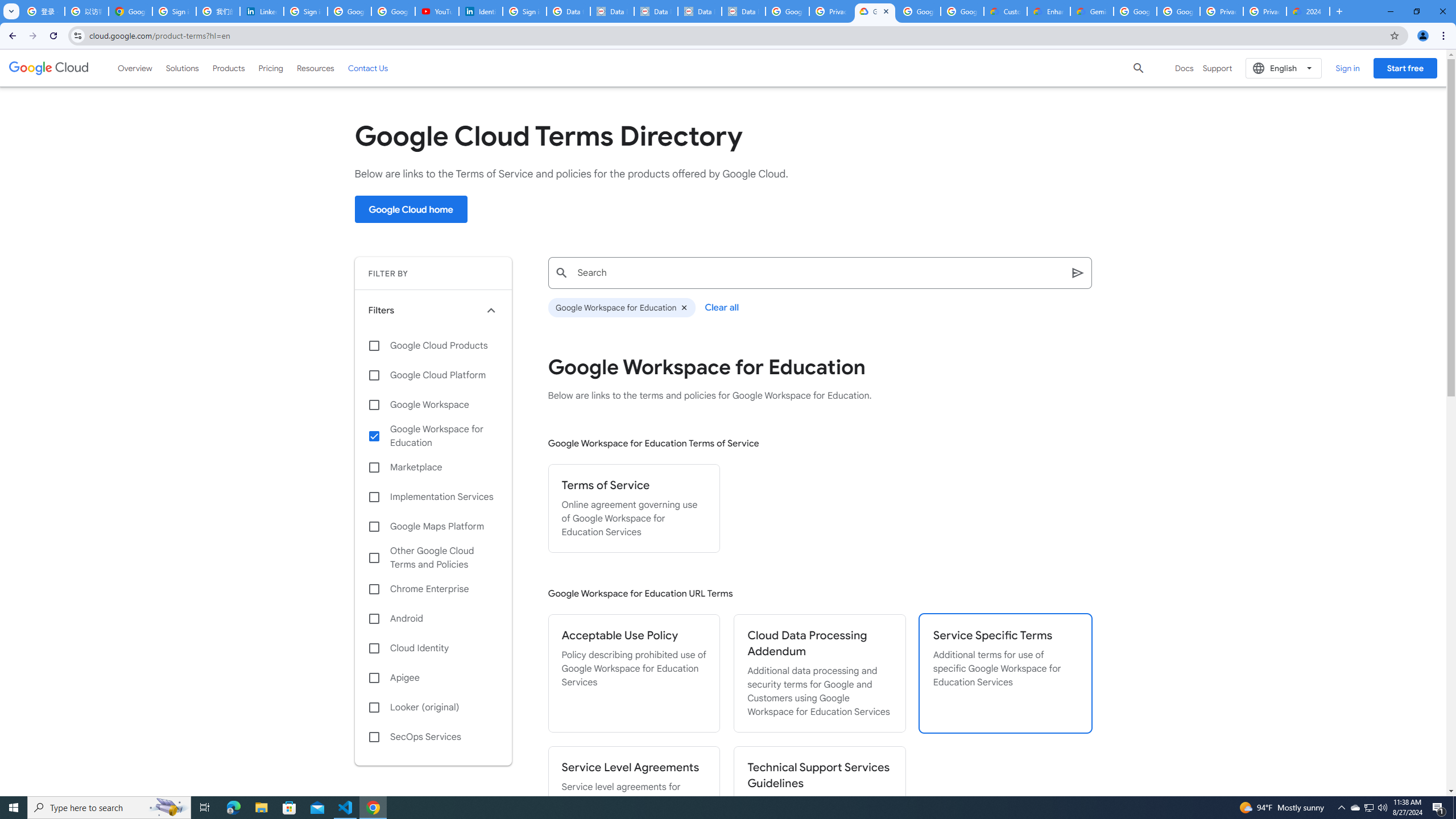  Describe the element at coordinates (410, 209) in the screenshot. I see `'Google Cloud home'` at that location.